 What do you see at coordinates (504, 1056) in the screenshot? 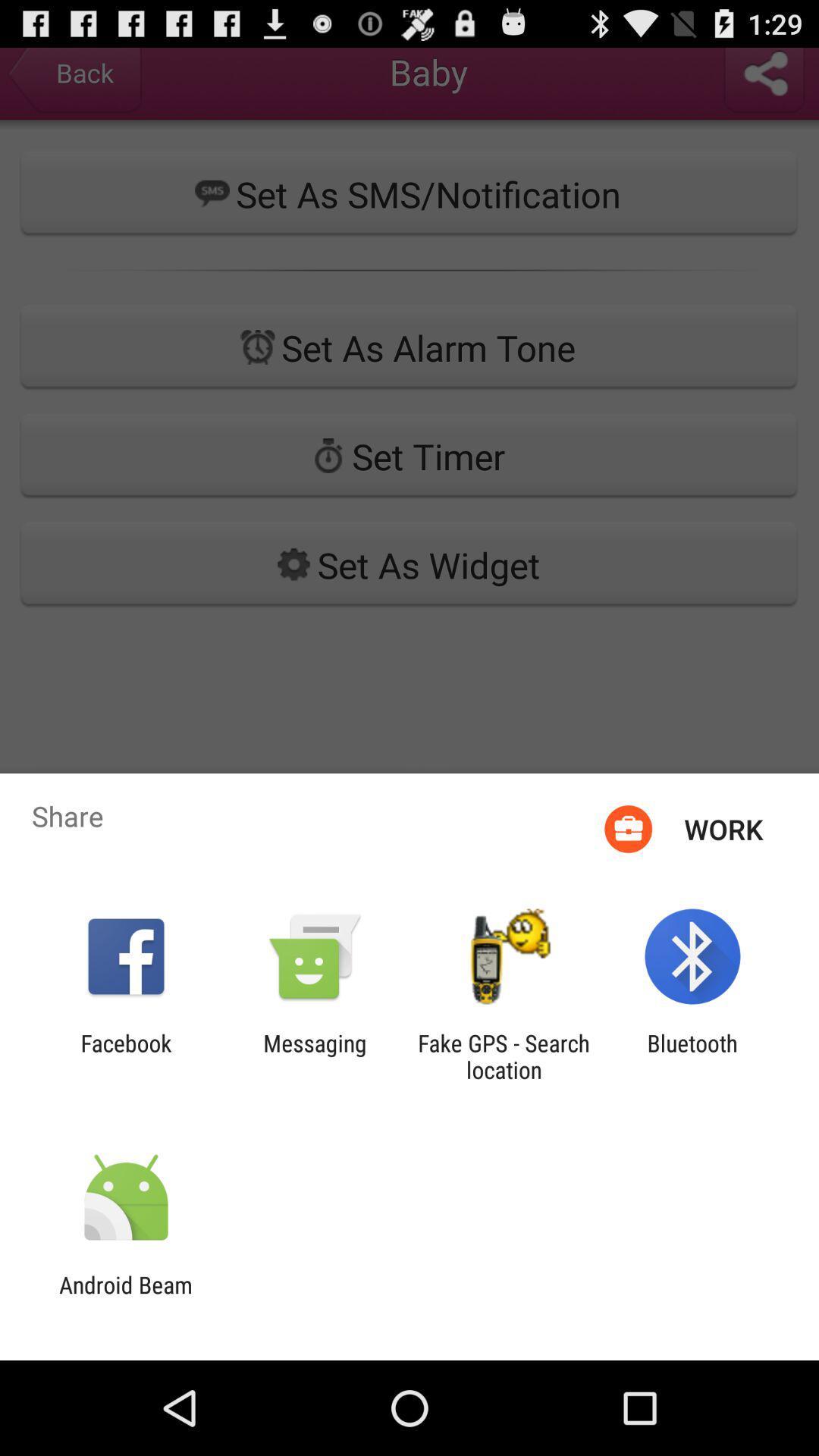
I see `fake gps search` at bounding box center [504, 1056].